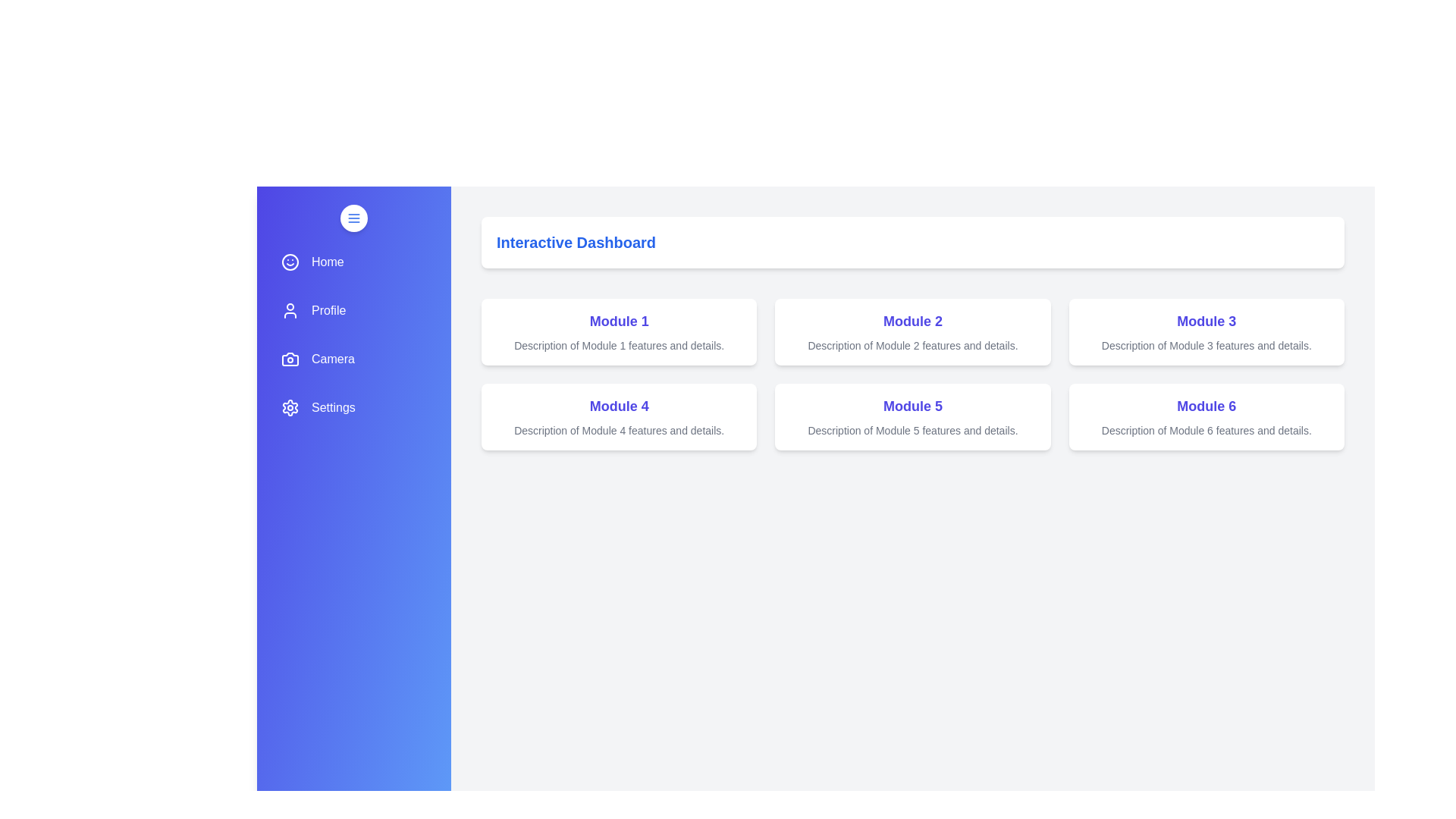 Image resolution: width=1456 pixels, height=819 pixels. I want to click on the title text element identifying it as 'Module 4', located on the lower left corner of the central content section of the dashboard interface, so click(619, 406).